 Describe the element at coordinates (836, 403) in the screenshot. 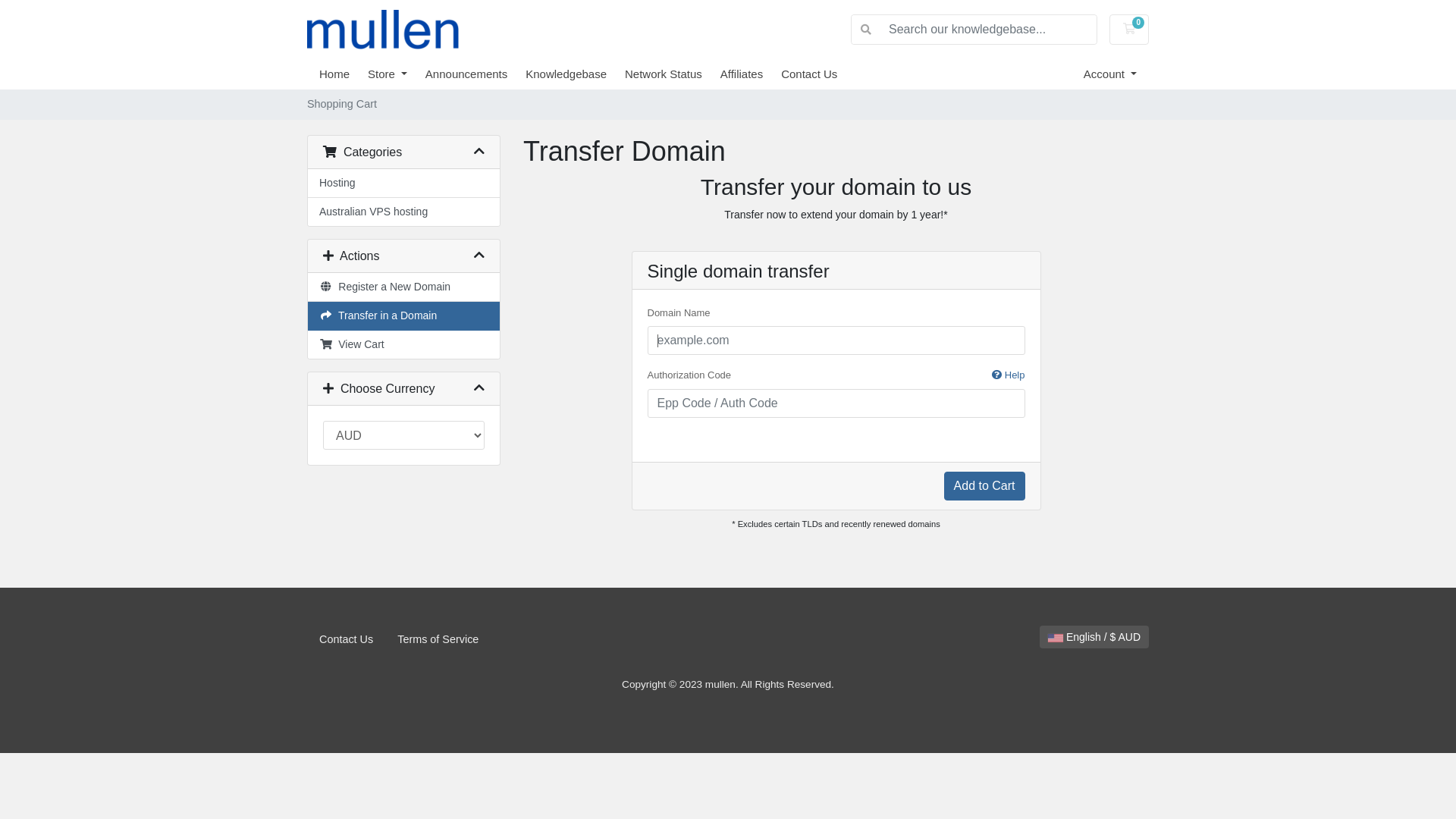

I see `'Required'` at that location.